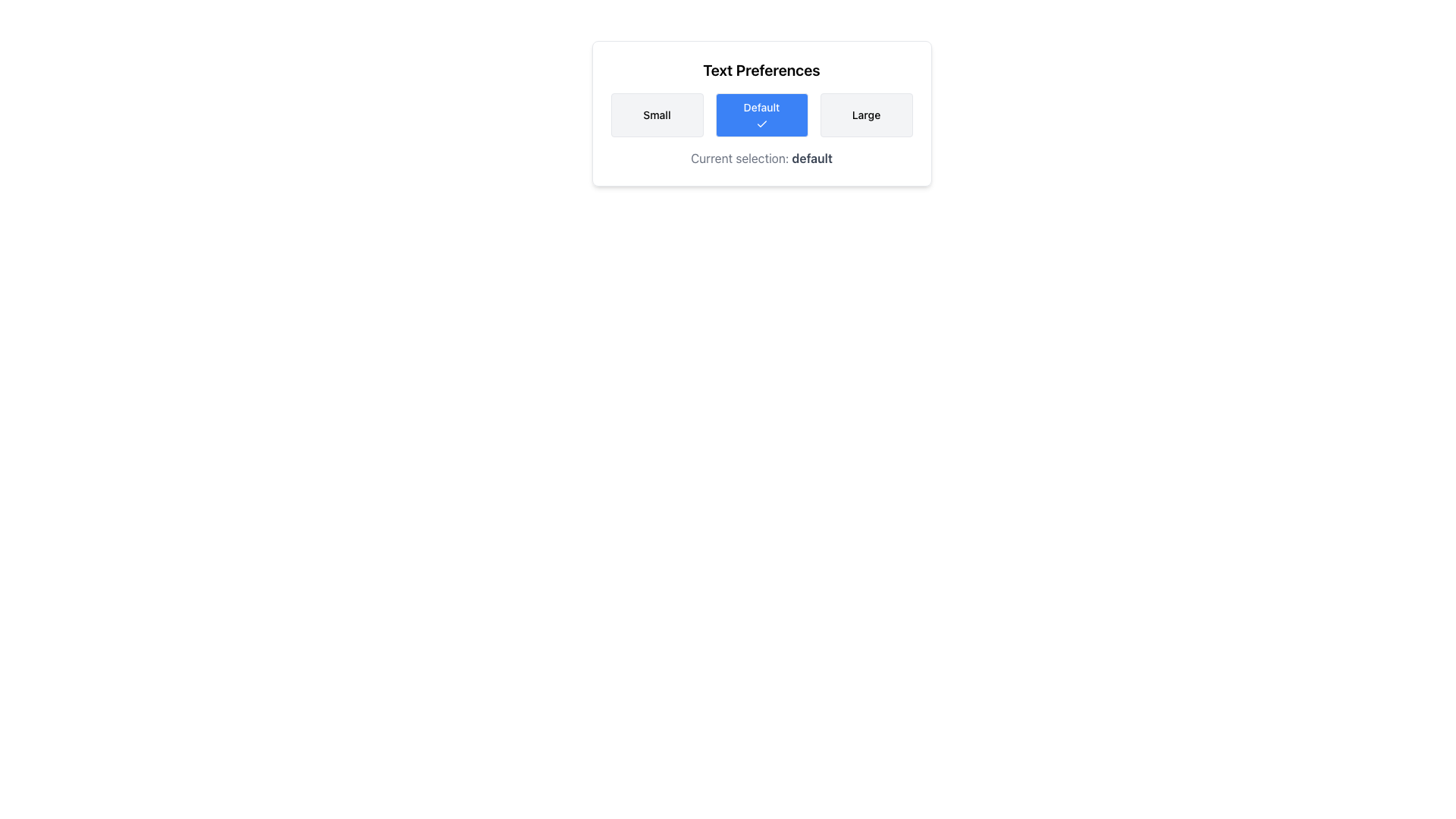  I want to click on text from the label that indicates the current size selection for the 'Default' button, located at the center of the blue square button in the 'Text Preferences' section, so click(761, 107).